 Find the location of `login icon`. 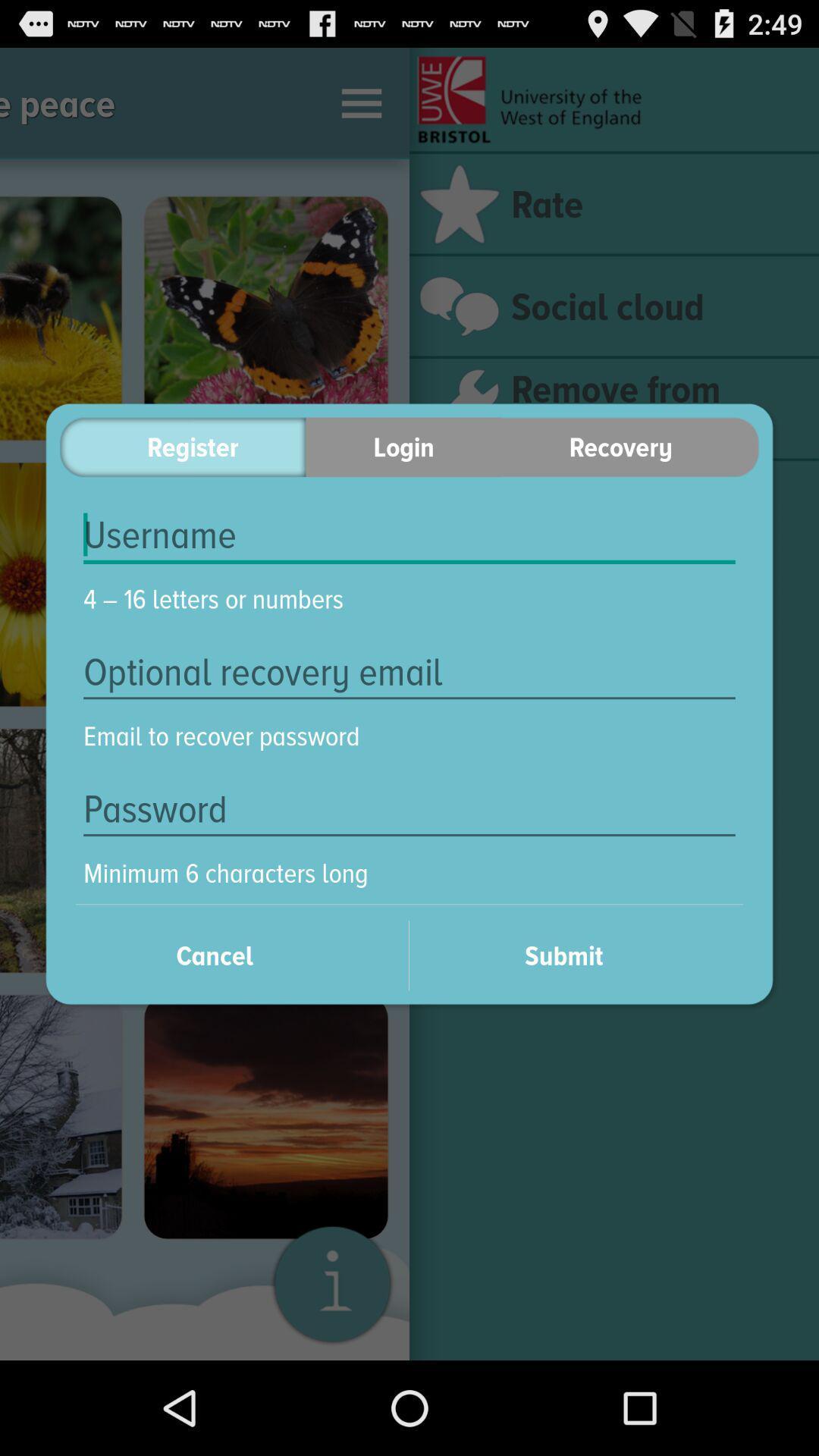

login icon is located at coordinates (403, 446).